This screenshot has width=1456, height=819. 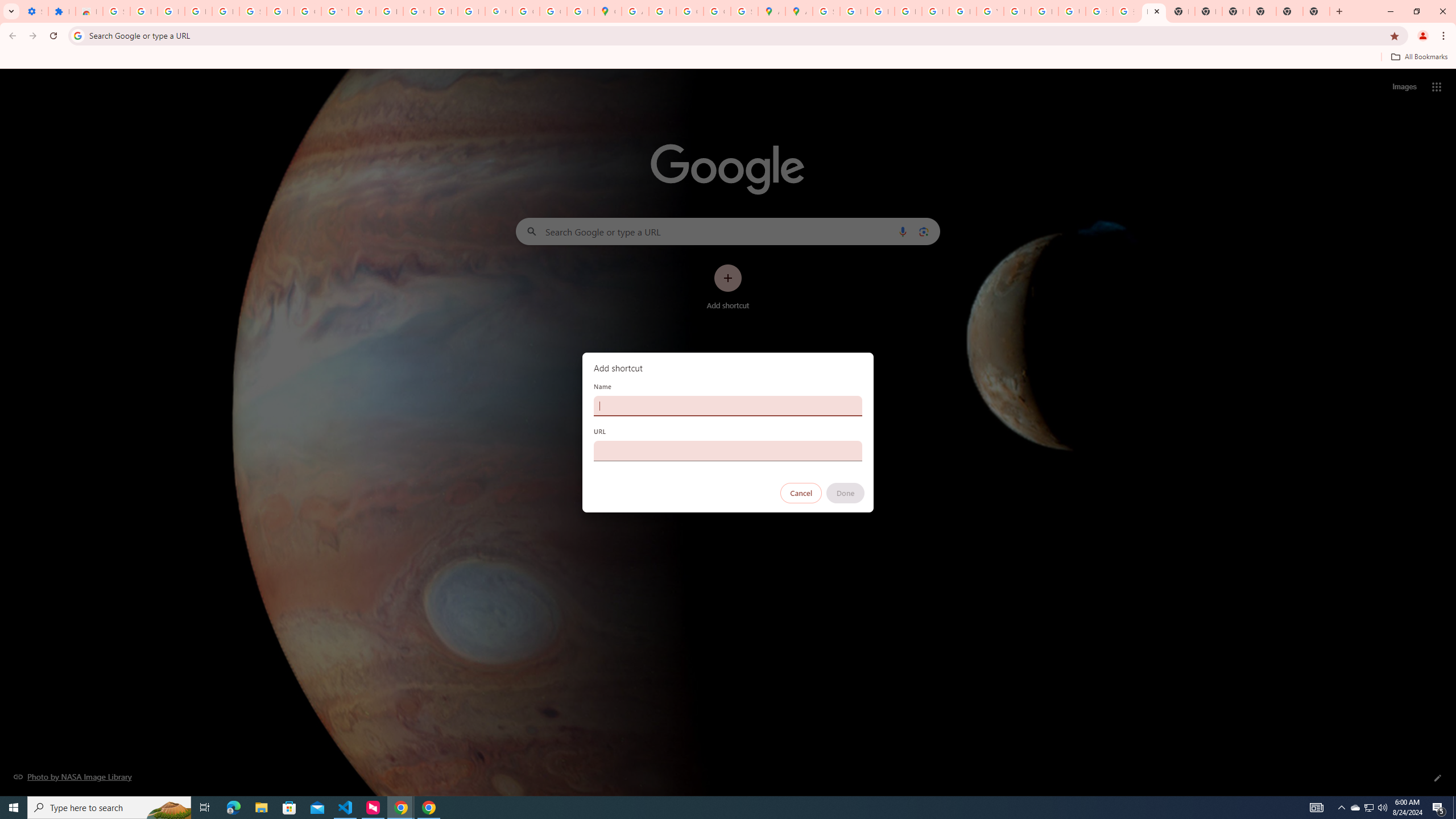 I want to click on 'URL', so click(x=728, y=450).